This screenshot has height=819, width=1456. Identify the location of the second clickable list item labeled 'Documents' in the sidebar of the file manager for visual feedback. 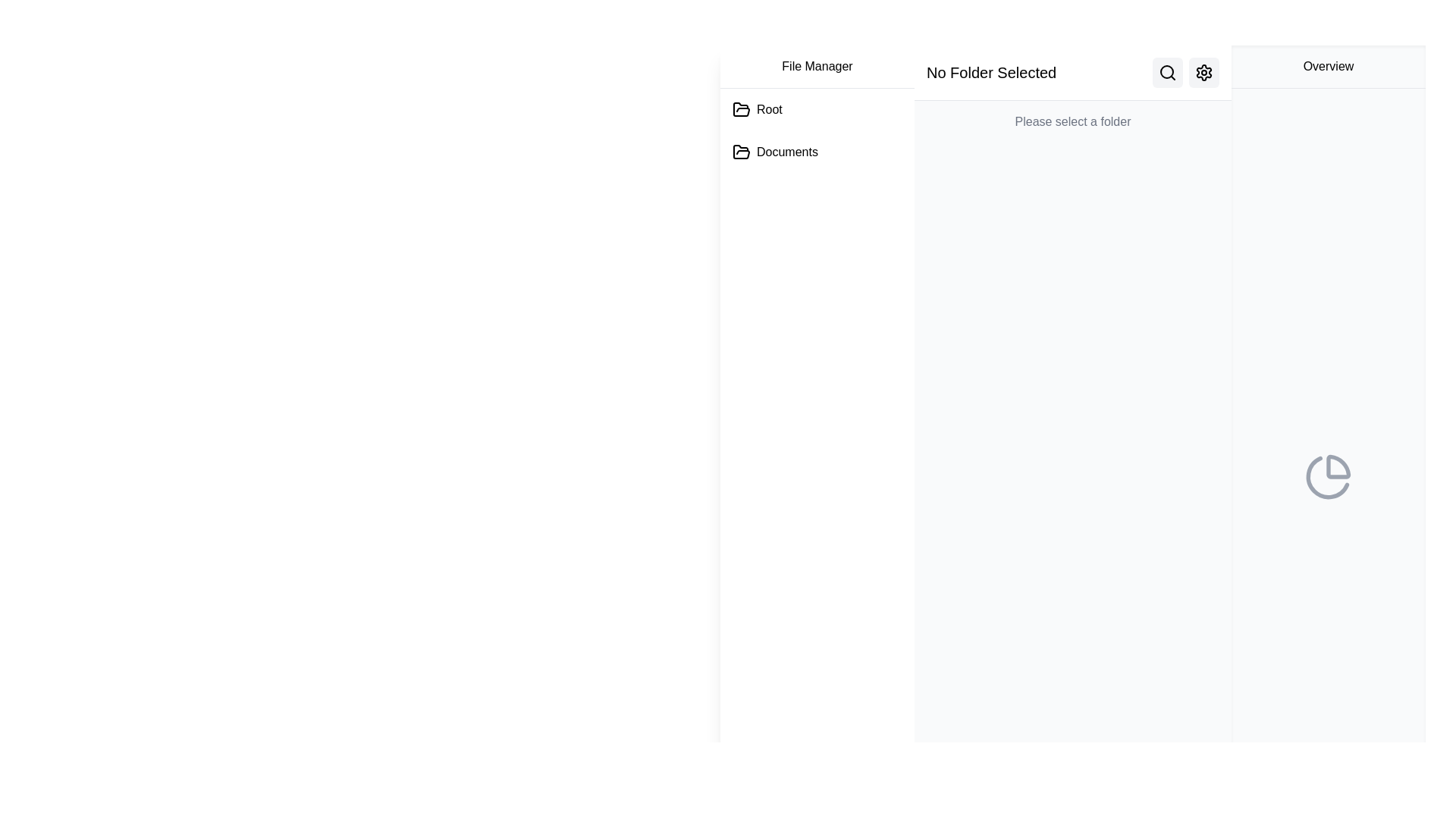
(775, 152).